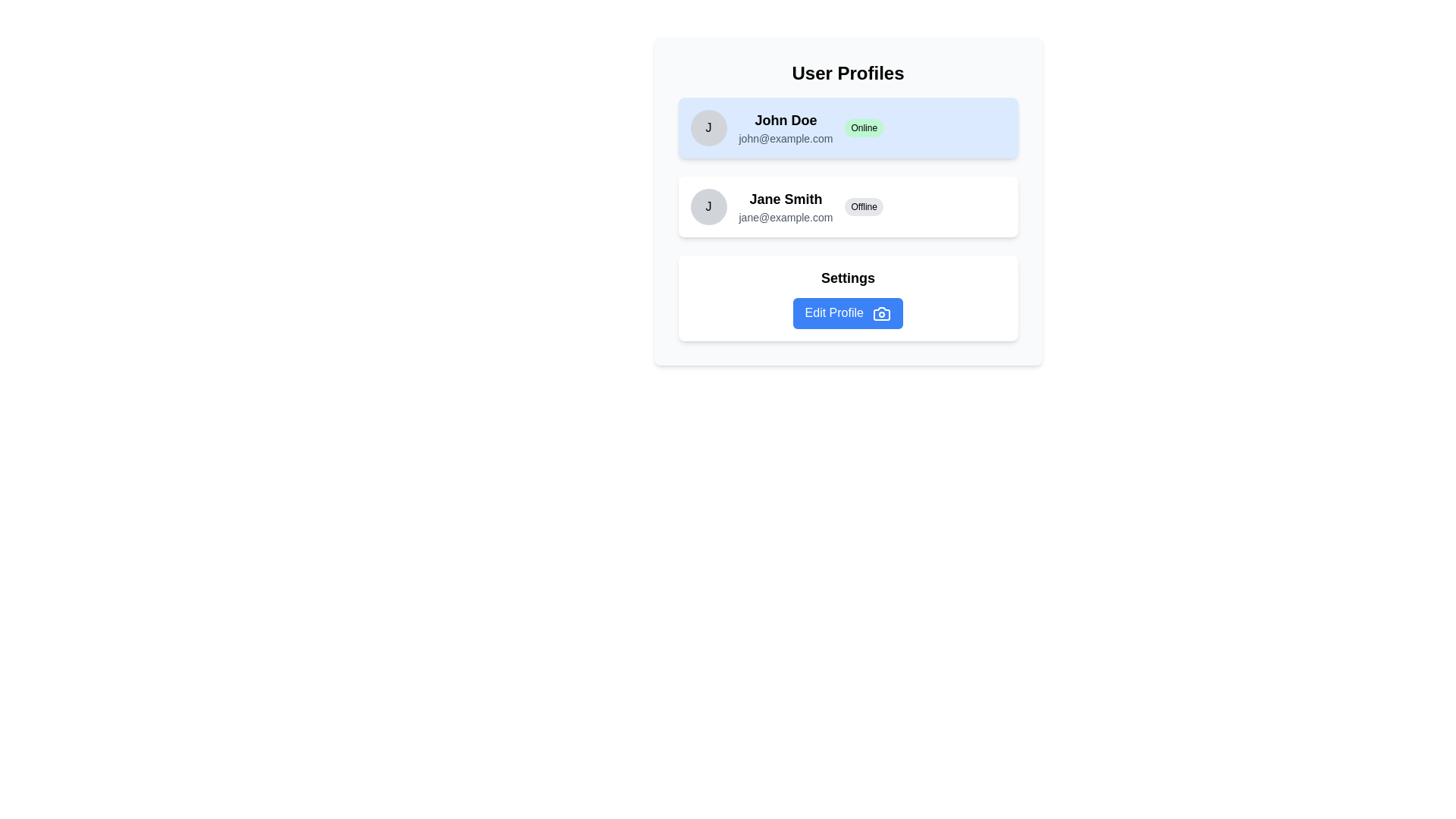 The image size is (1456, 819). What do you see at coordinates (864, 207) in the screenshot?
I see `the static label displaying the offline status for user 'Jane Smith', located adjacent to the email address 'jane@example.com'` at bounding box center [864, 207].